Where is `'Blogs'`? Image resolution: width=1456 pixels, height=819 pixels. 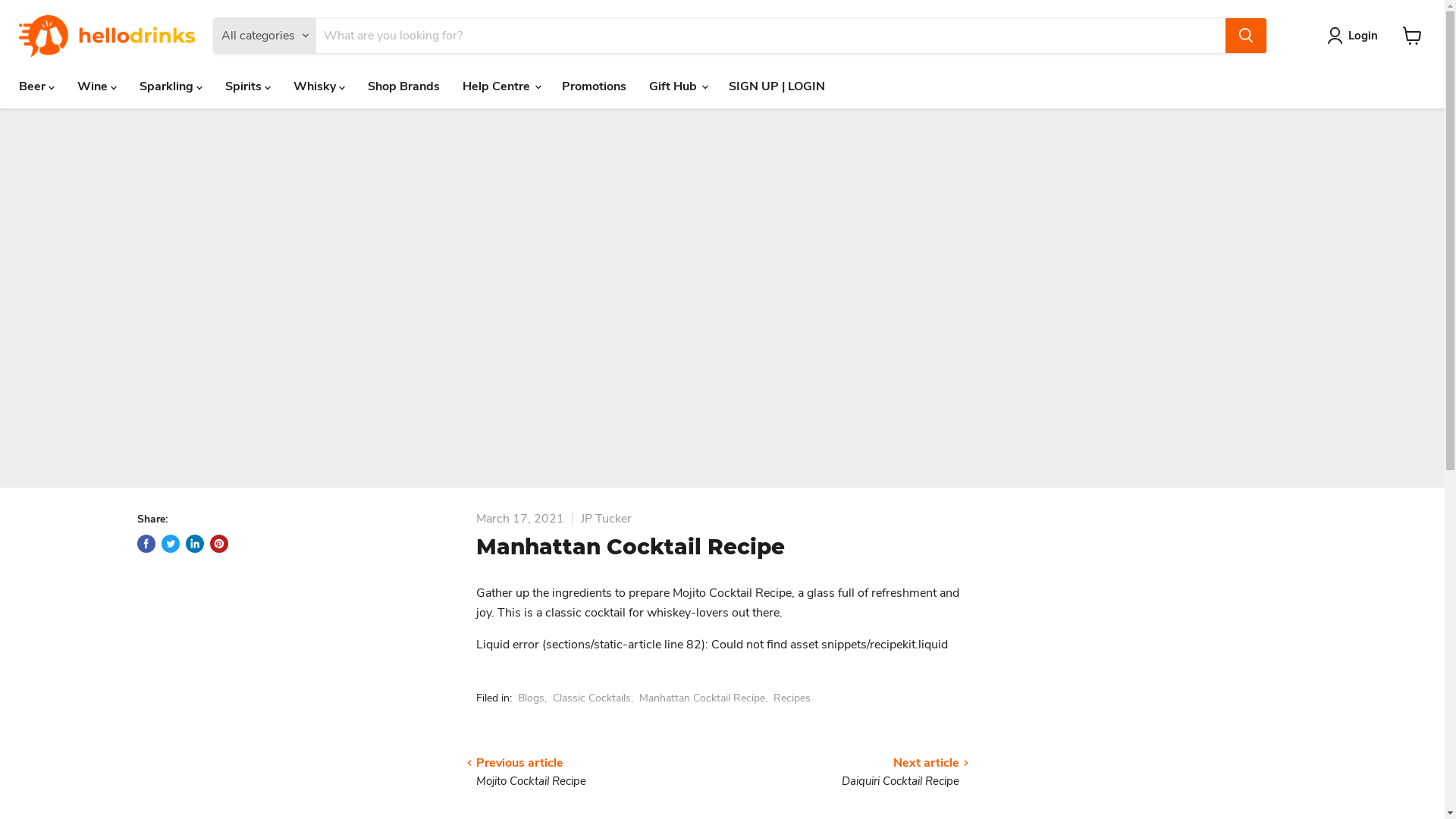 'Blogs' is located at coordinates (516, 698).